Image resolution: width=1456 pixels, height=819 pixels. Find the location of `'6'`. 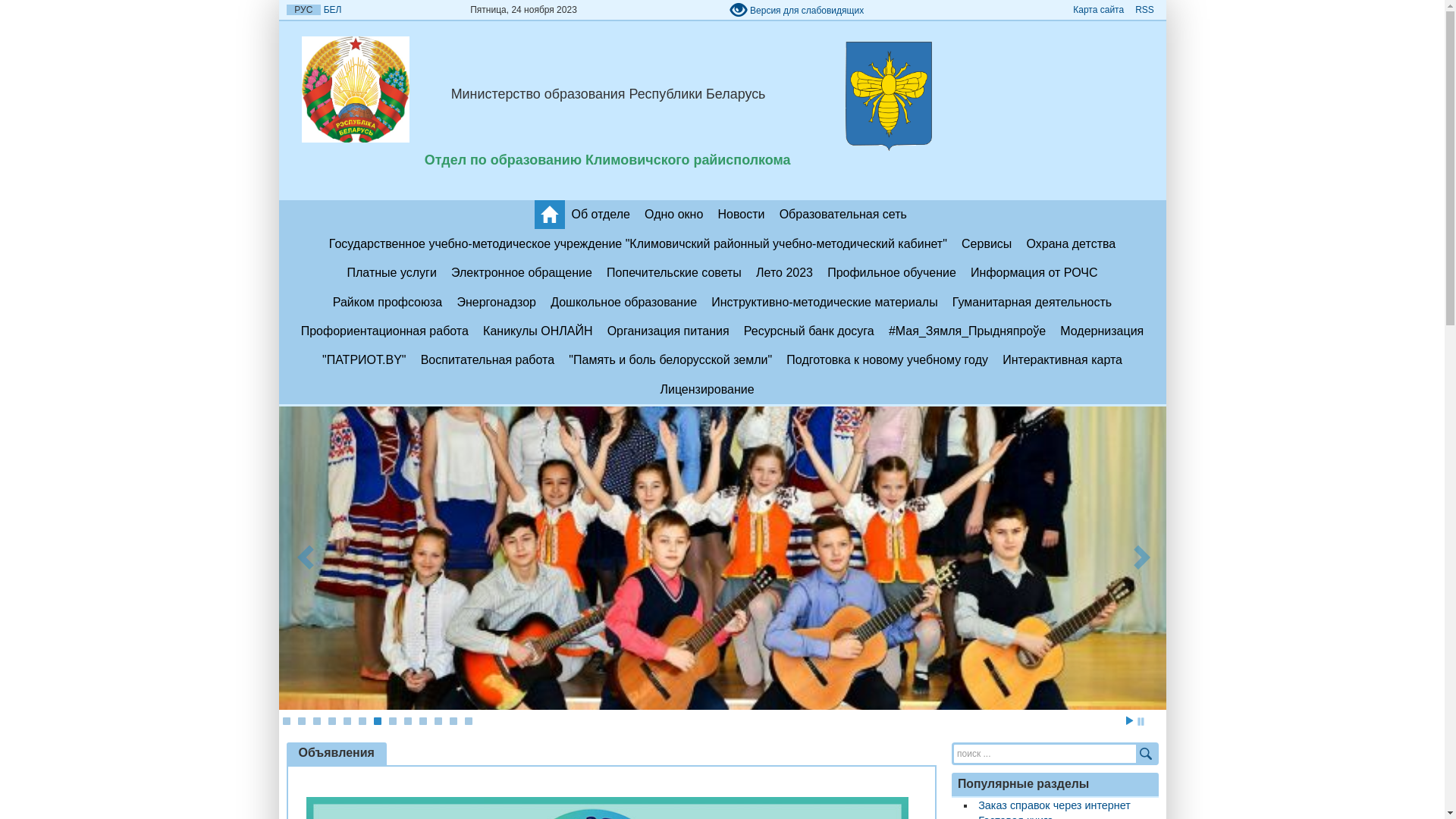

'6' is located at coordinates (360, 720).